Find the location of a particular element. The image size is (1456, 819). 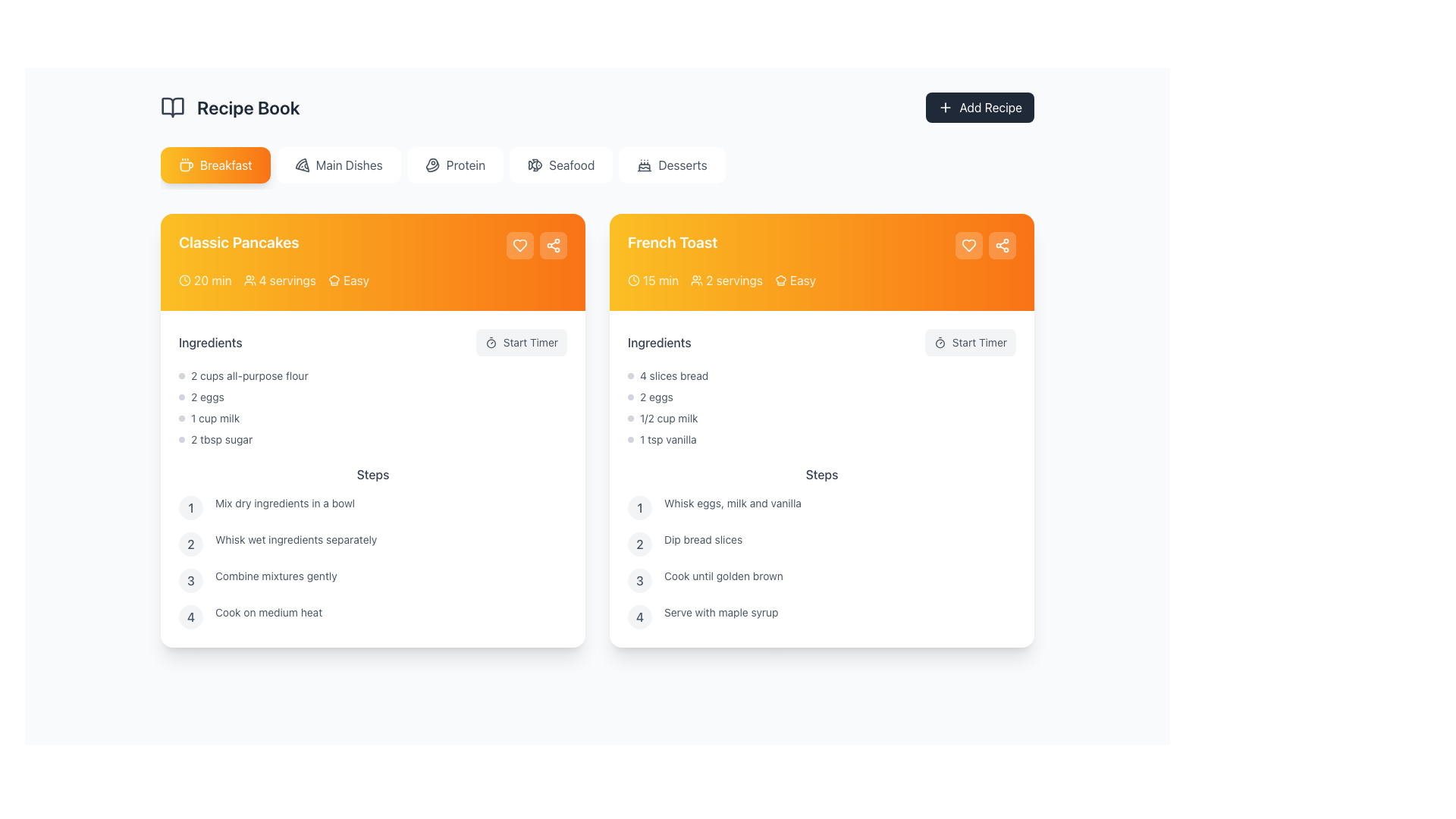

the gray number '1' in the circular background, which is the first step in the Steps section of the 'French Toast' recipe card is located at coordinates (640, 508).